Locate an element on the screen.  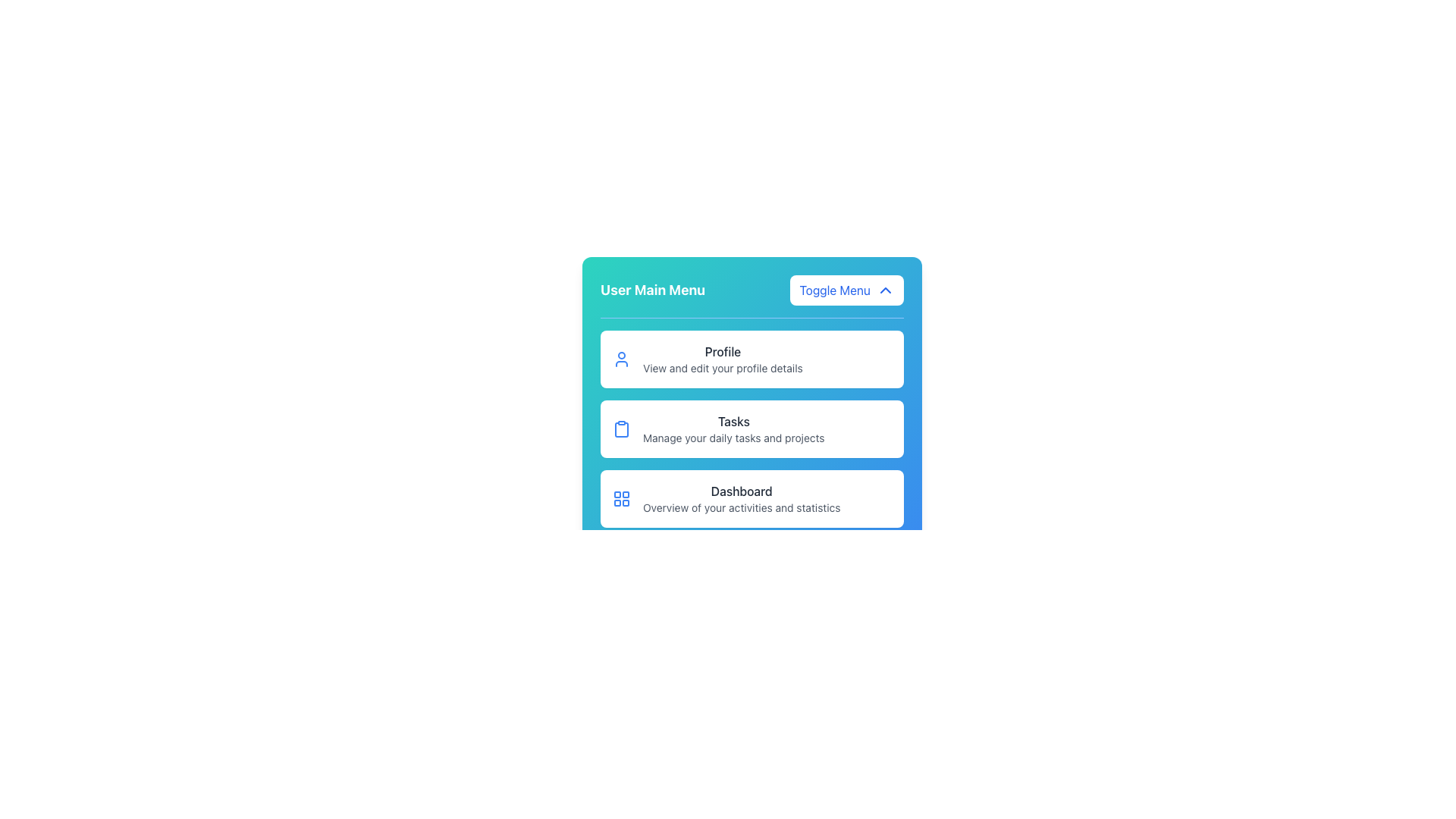
the Chevron Icon located on the right side of the 'Toggle Menu' button is located at coordinates (885, 290).